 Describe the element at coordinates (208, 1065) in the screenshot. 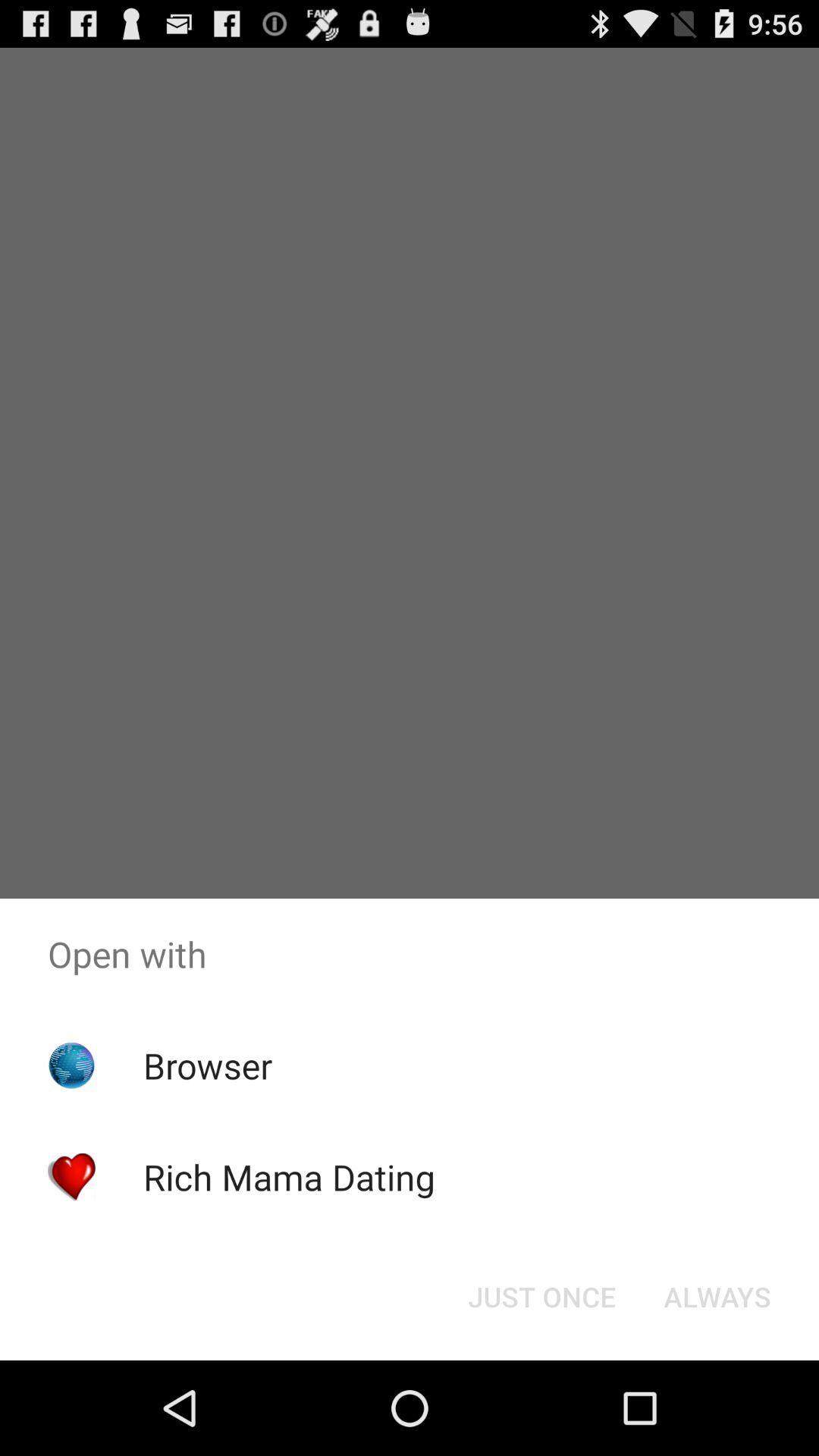

I see `the browser item` at that location.